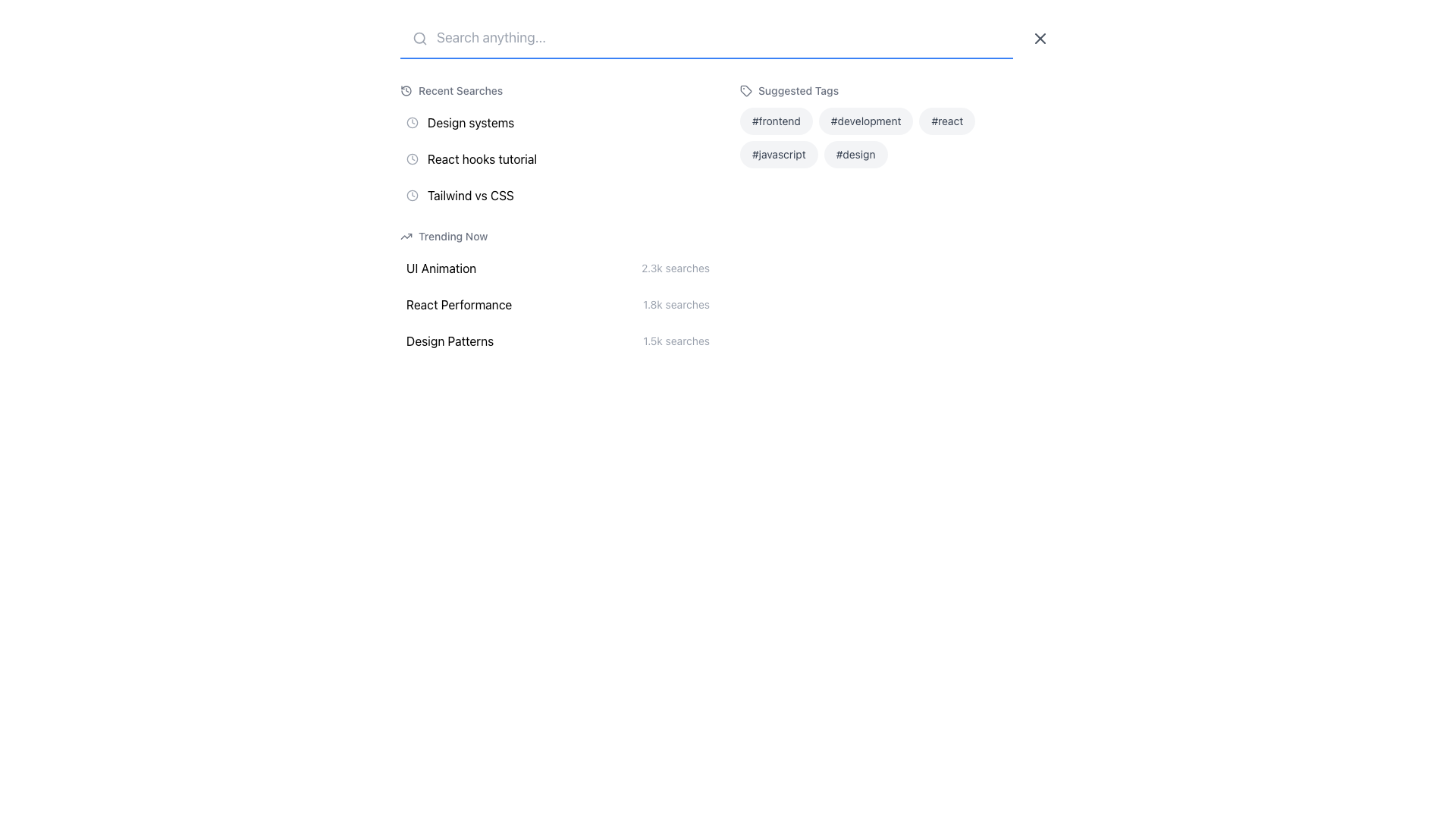 The width and height of the screenshot is (1456, 819). I want to click on the second item in the 'Recent Searches' section, which links to the 'React hooks tutorial', so click(557, 158).